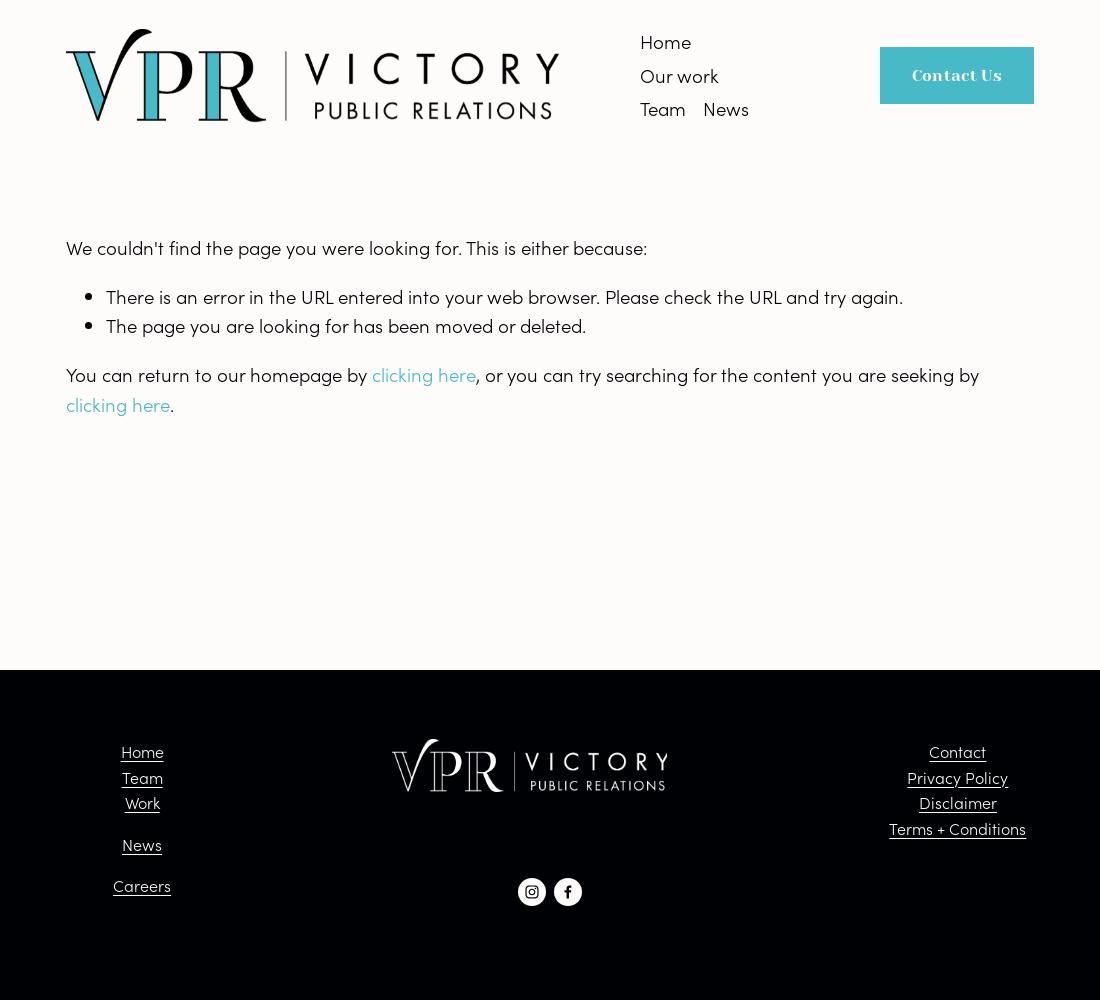 The height and width of the screenshot is (1000, 1100). What do you see at coordinates (957, 826) in the screenshot?
I see `'Terms + Conditions'` at bounding box center [957, 826].